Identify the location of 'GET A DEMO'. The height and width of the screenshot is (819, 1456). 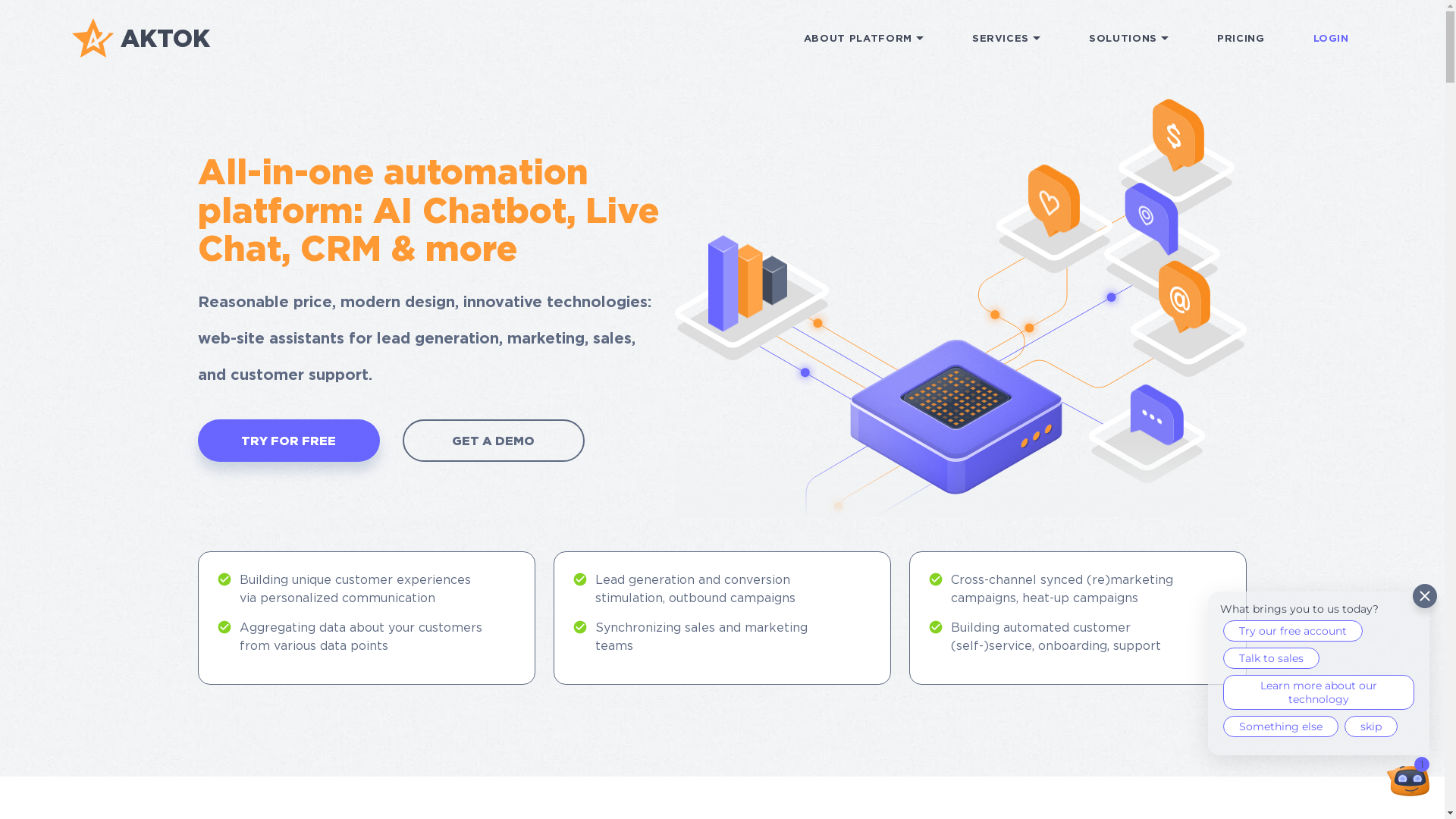
(401, 441).